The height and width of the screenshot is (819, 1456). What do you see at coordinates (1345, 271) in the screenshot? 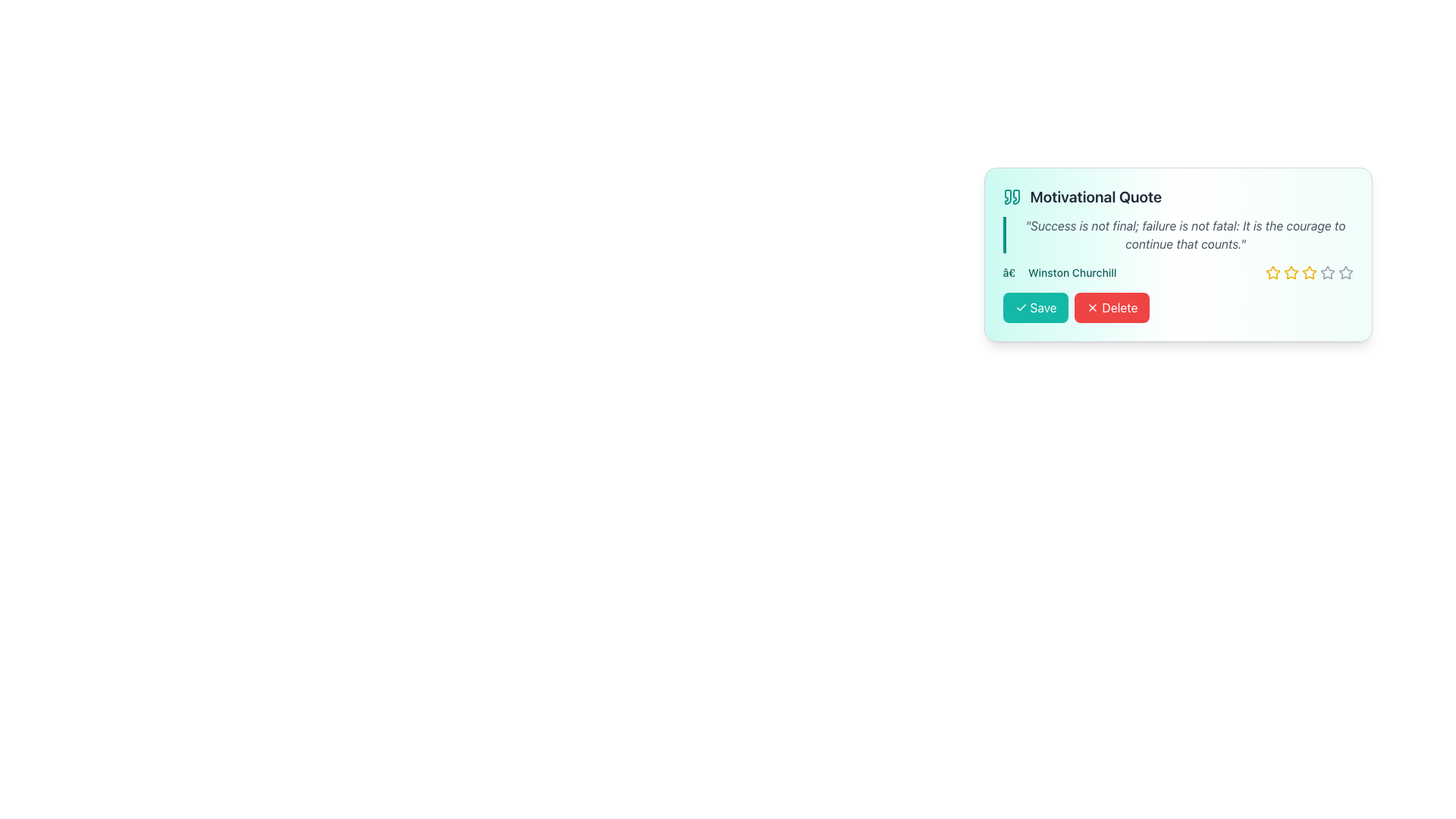
I see `the fifth star icon for rating systems to assign a rating` at bounding box center [1345, 271].